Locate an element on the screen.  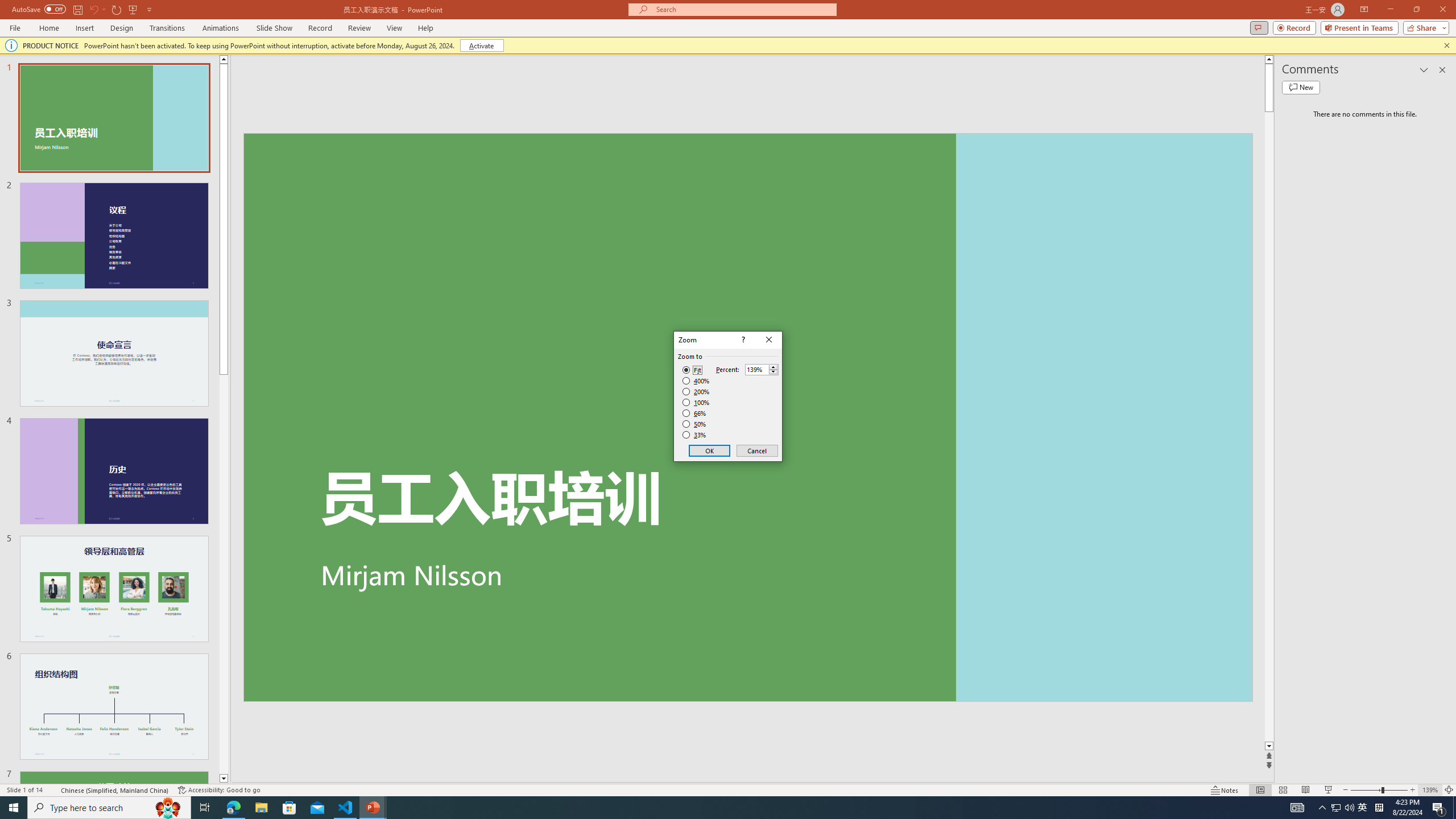
'Insert' is located at coordinates (84, 28).